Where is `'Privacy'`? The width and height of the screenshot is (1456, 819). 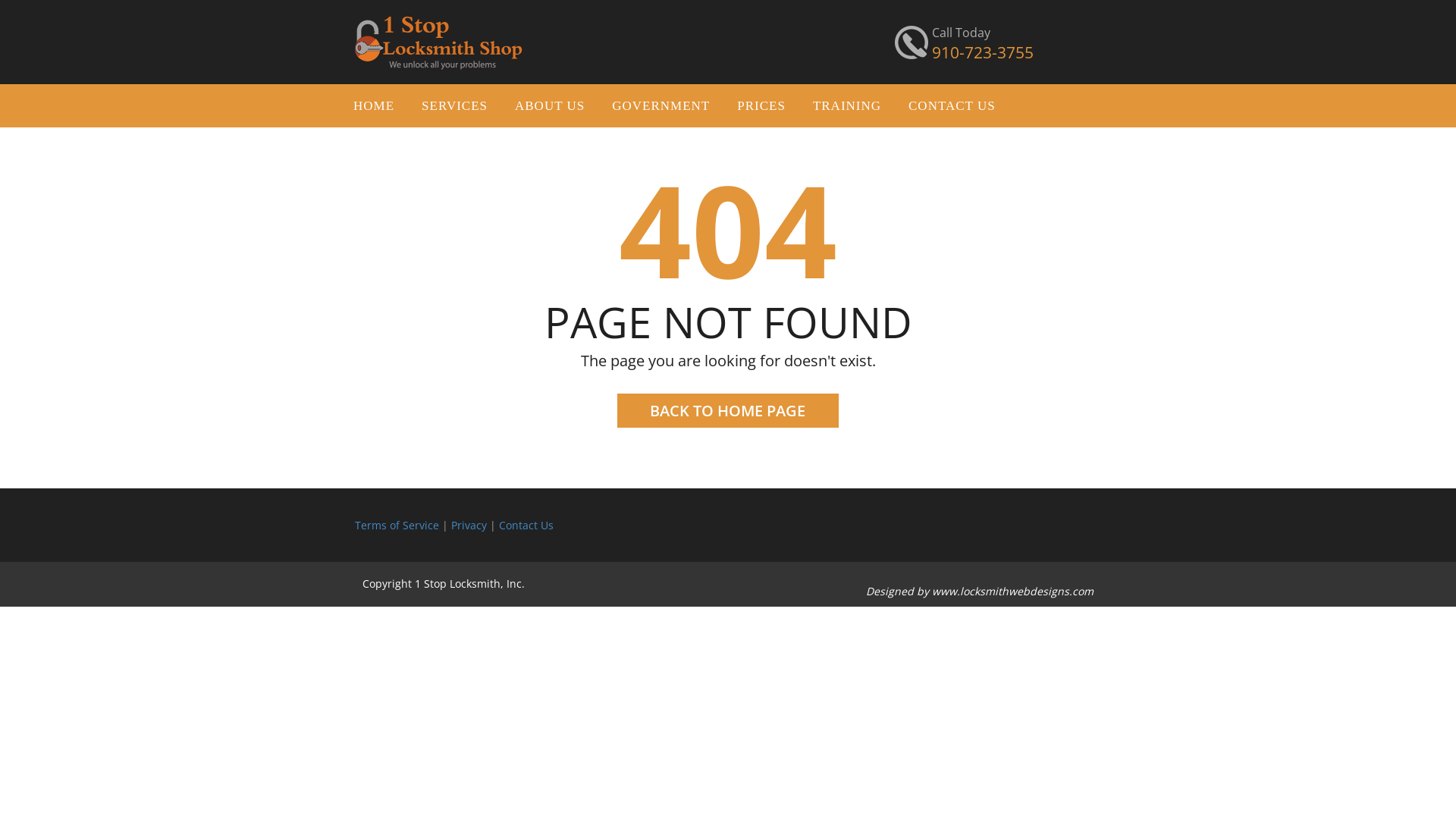 'Privacy' is located at coordinates (468, 524).